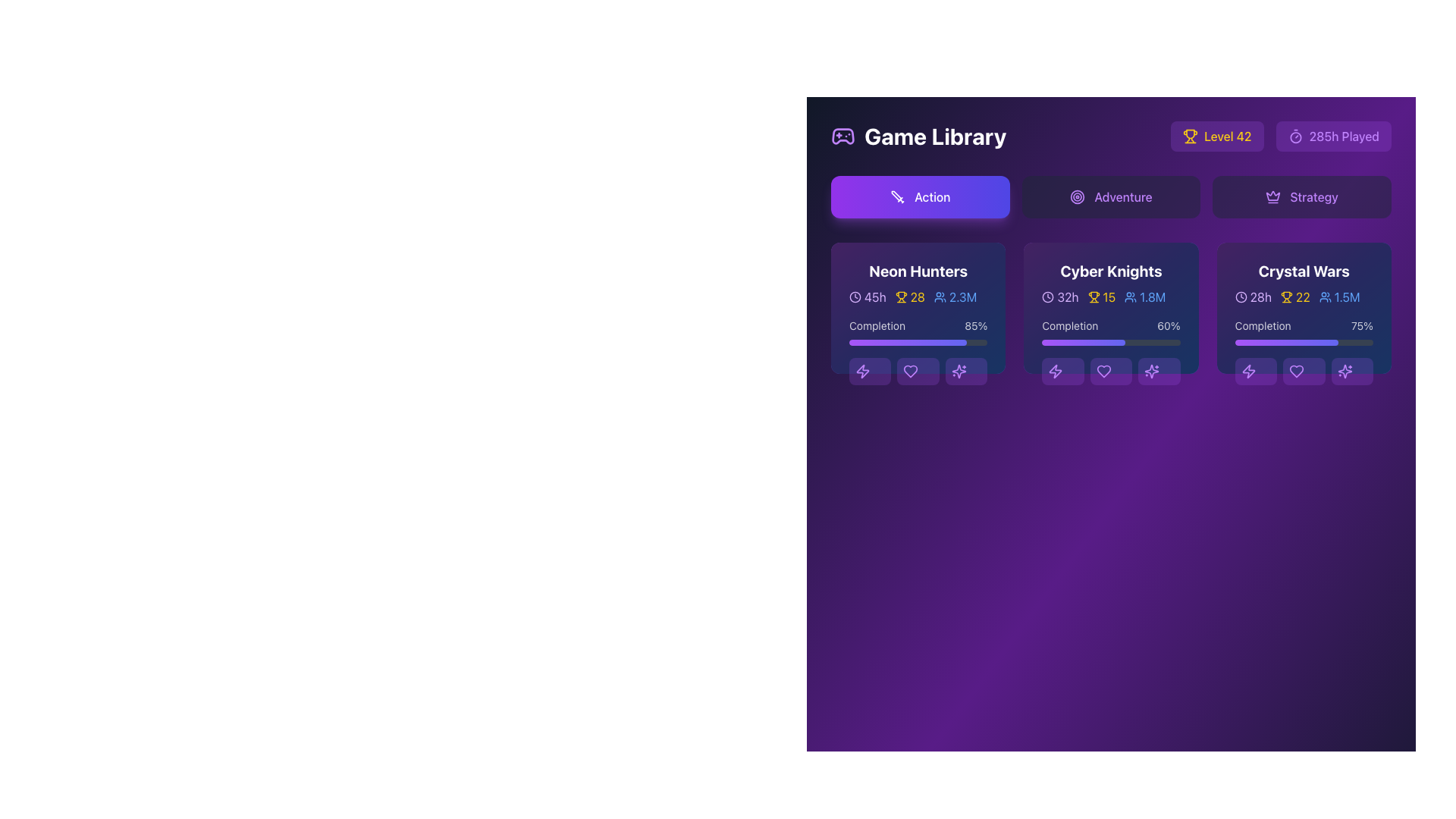 The height and width of the screenshot is (819, 1456). Describe the element at coordinates (1345, 371) in the screenshot. I see `the SVG icon shaped like multiple sparkles, which is the fourth button from the left in the group located below the 'Crystal Wars' section on the rightmost card, to observe the lighter hover state` at that location.